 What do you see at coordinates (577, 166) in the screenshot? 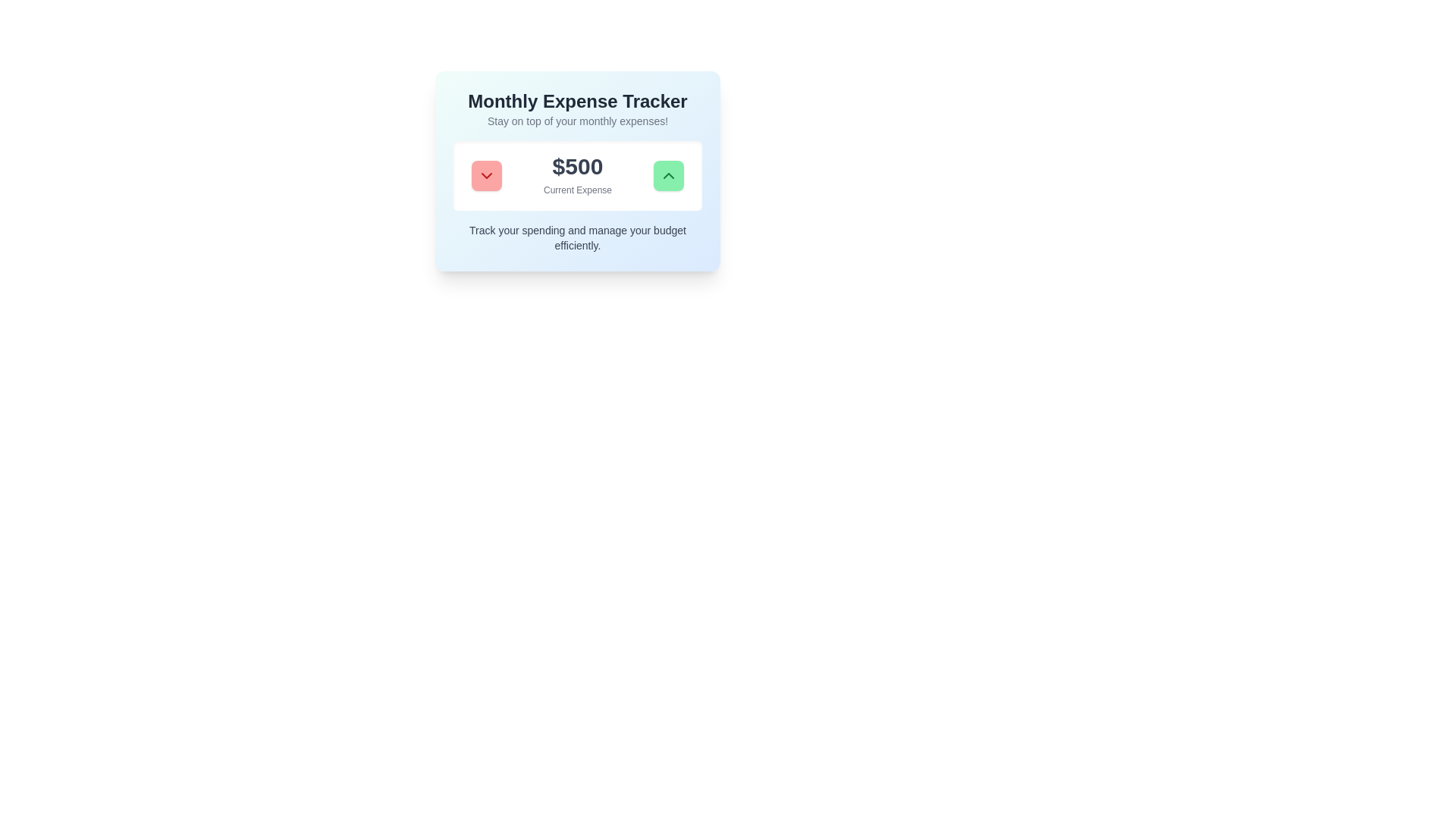
I see `the text display component that shows the amount '$500' in large, bold characters, emphasizing its prominence in the interface` at bounding box center [577, 166].